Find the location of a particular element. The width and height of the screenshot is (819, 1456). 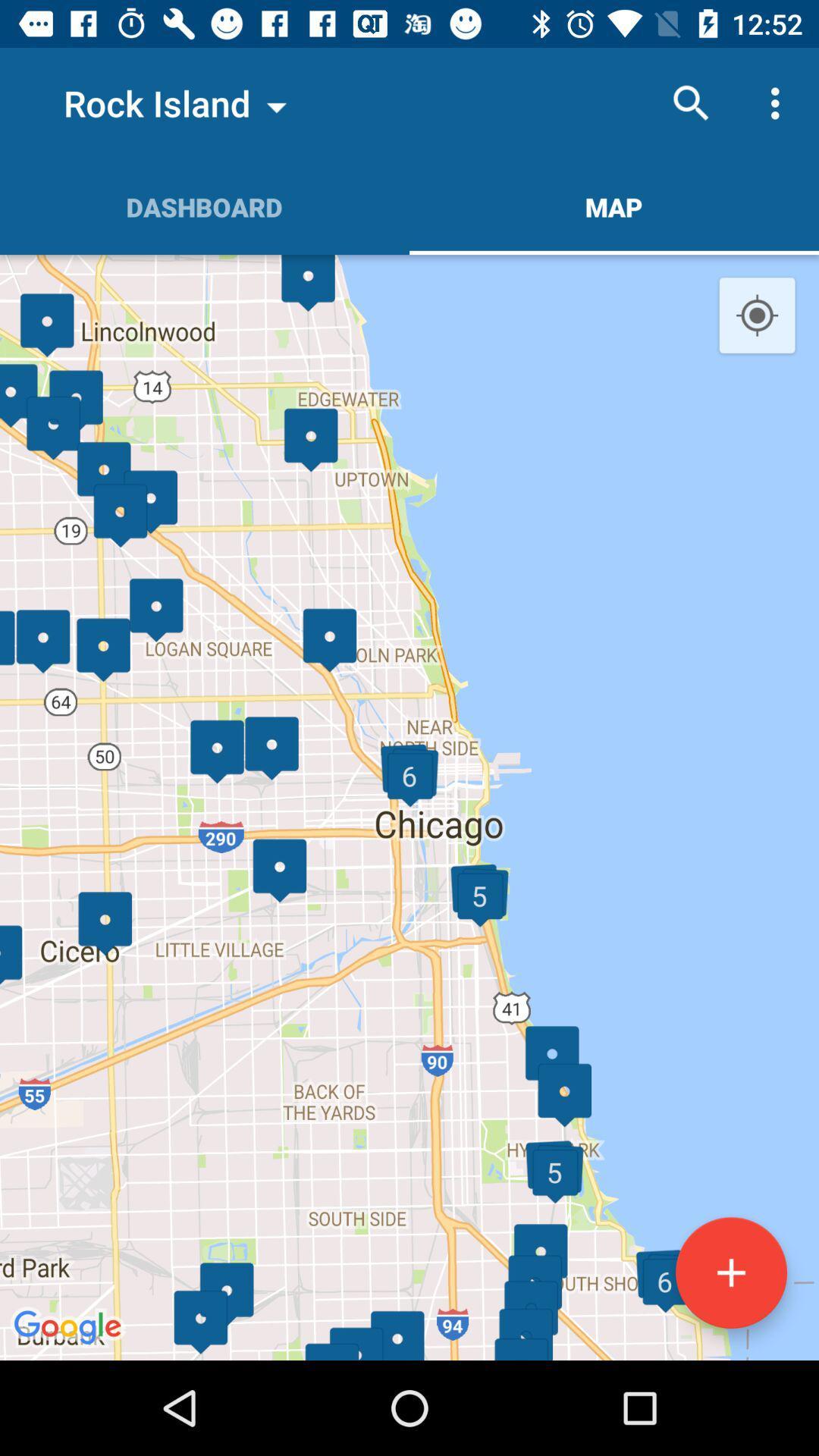

the item below the dashboard icon is located at coordinates (409, 807).